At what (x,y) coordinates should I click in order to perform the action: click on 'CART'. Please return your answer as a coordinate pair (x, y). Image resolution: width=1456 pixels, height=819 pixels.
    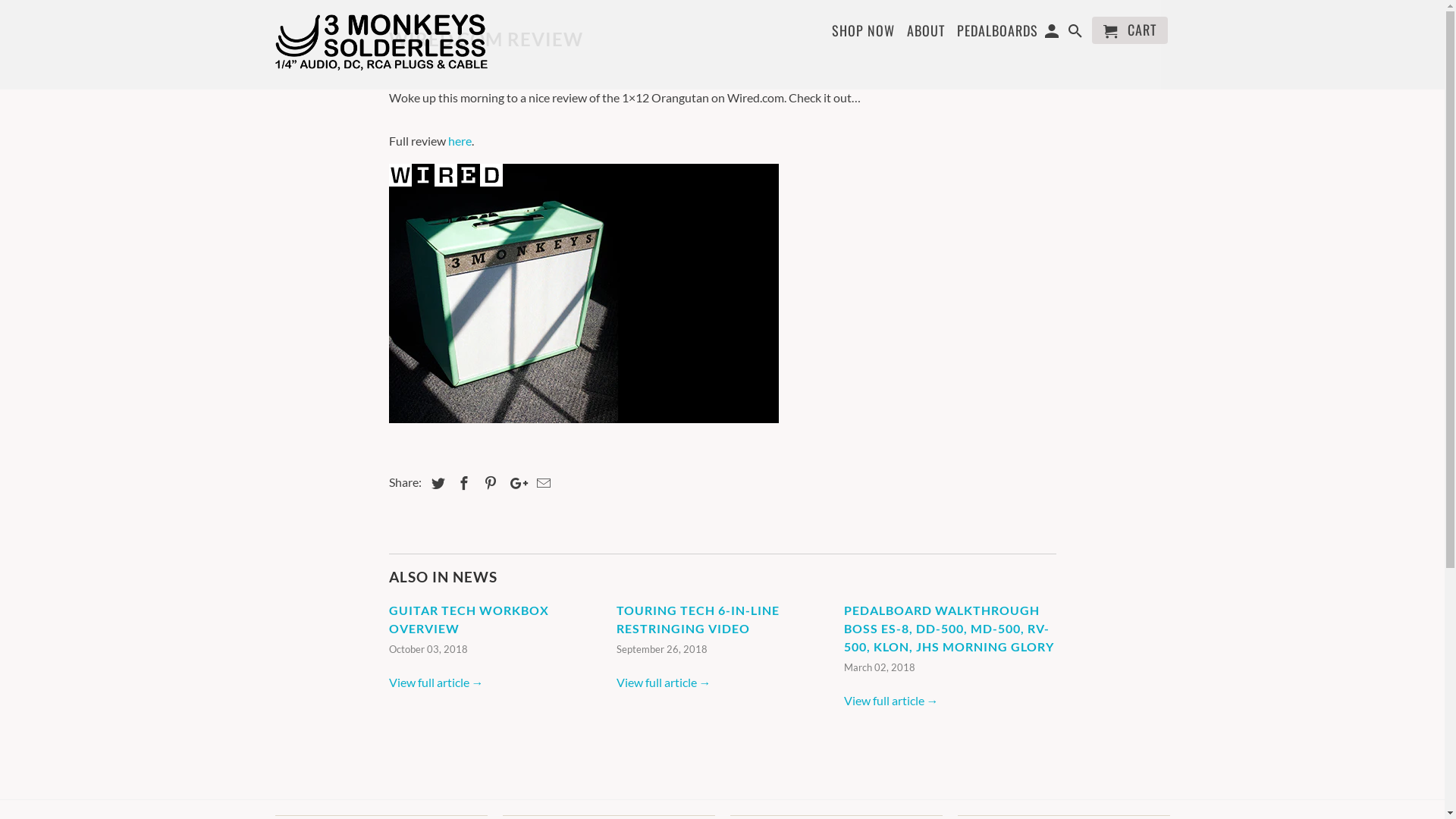
    Looking at the image, I should click on (1129, 30).